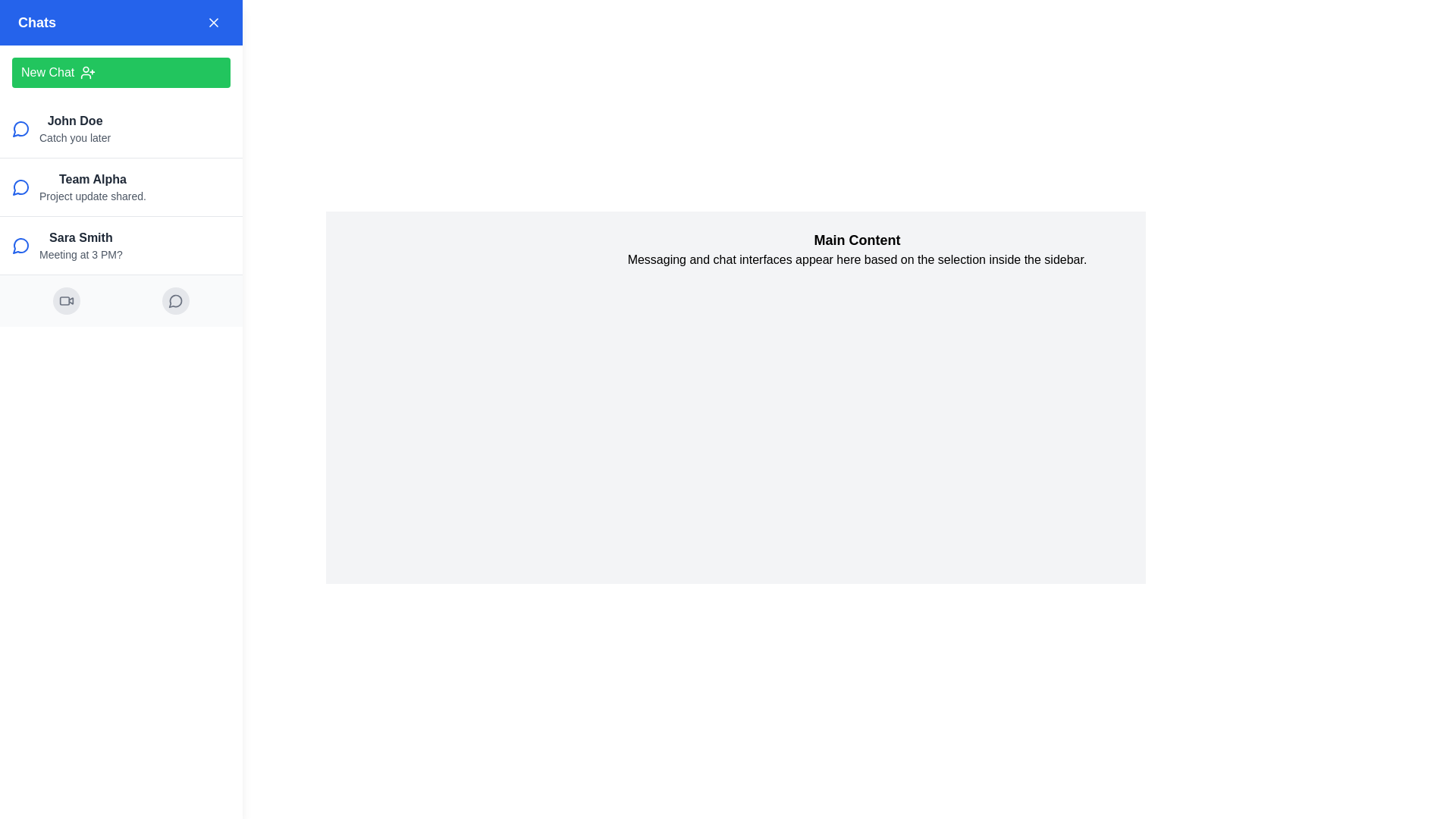  What do you see at coordinates (213, 23) in the screenshot?
I see `the 'X' icon located in the top-right corner of the left sidebar, adjacent to the blue header bar of the 'Chats' panel` at bounding box center [213, 23].